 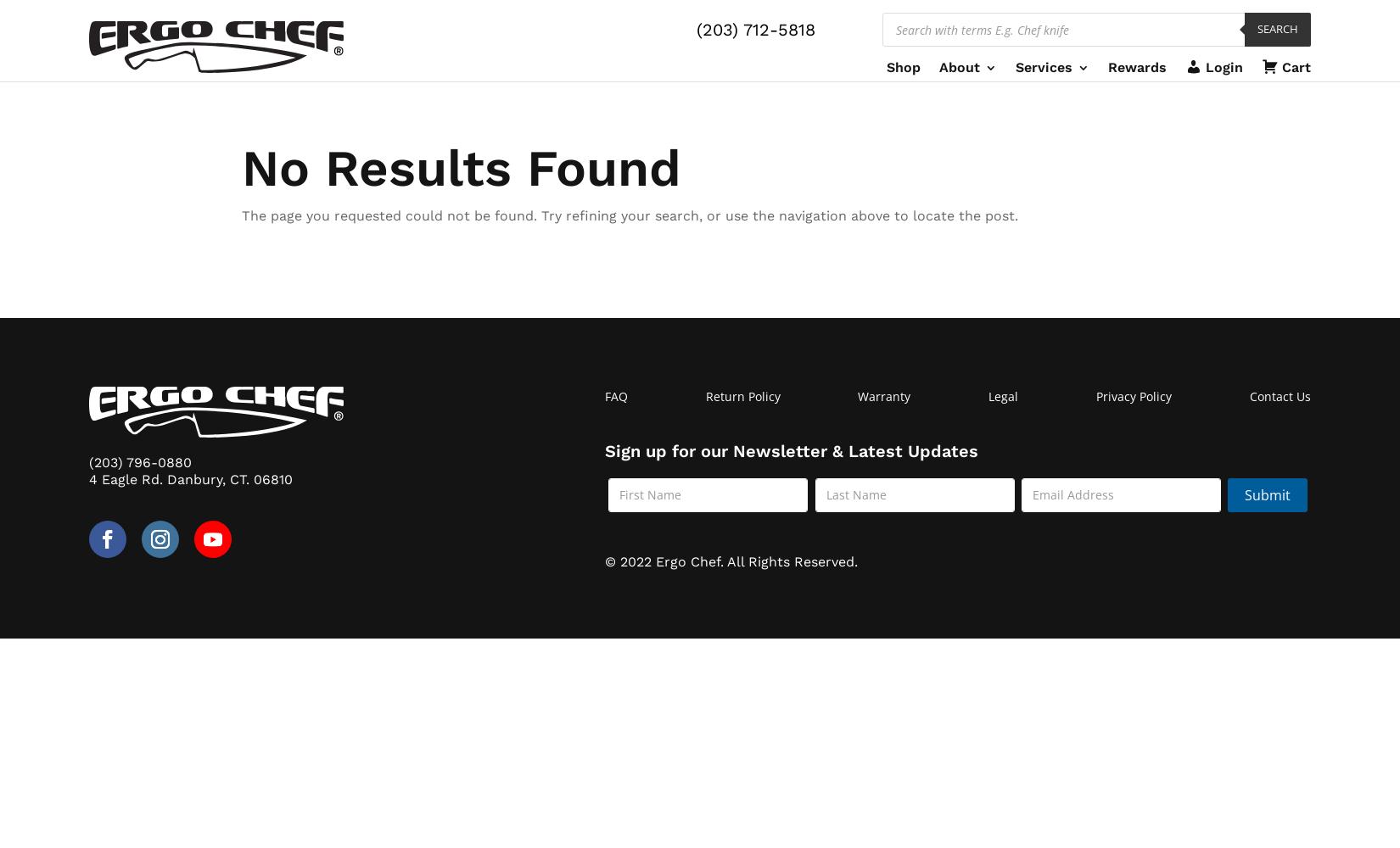 I want to click on 'Engraving Services', so click(x=1103, y=173).